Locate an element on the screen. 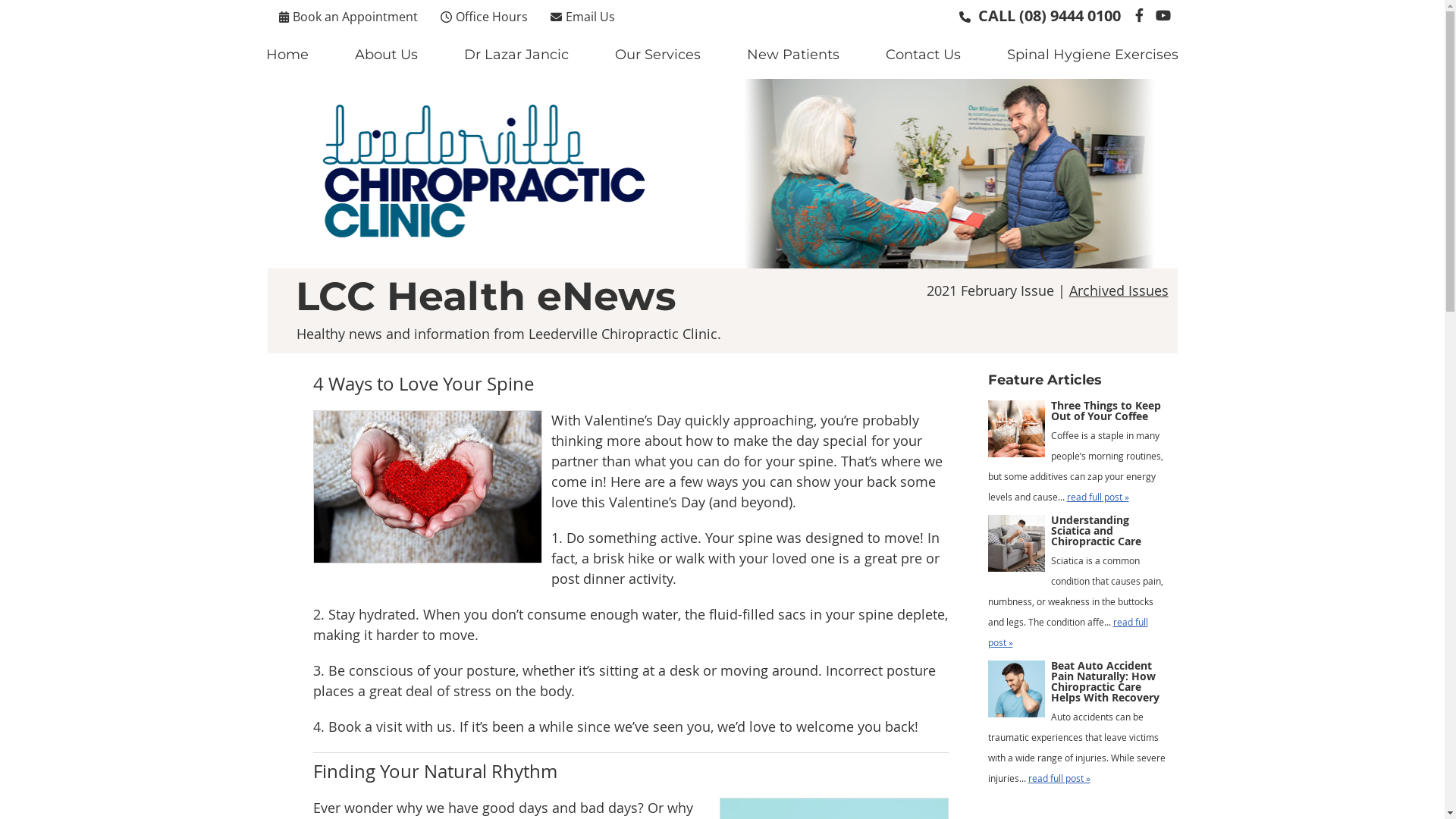  'facebook social button' is located at coordinates (1139, 14).